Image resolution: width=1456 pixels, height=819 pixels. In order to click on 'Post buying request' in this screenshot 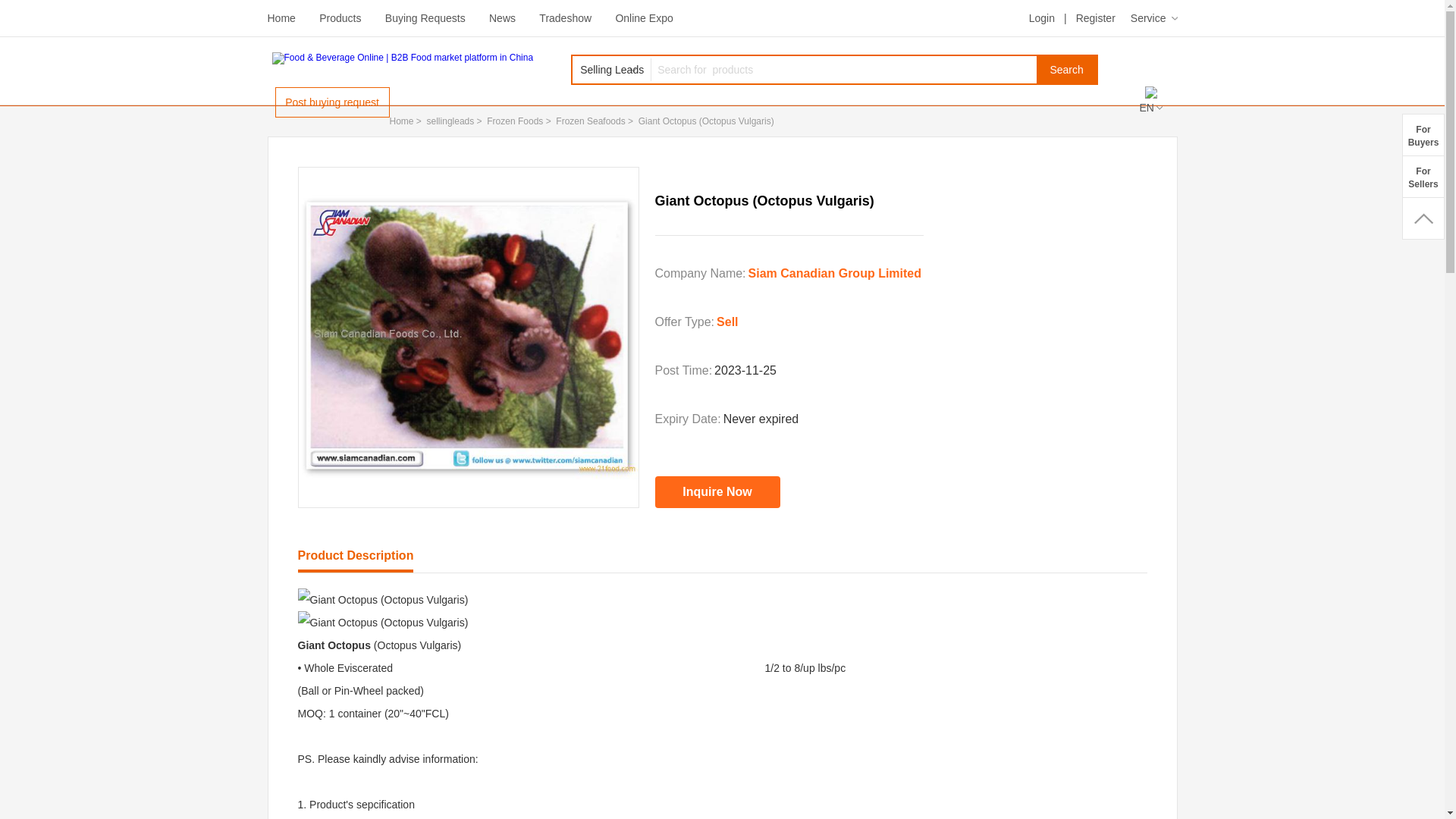, I will do `click(331, 102)`.